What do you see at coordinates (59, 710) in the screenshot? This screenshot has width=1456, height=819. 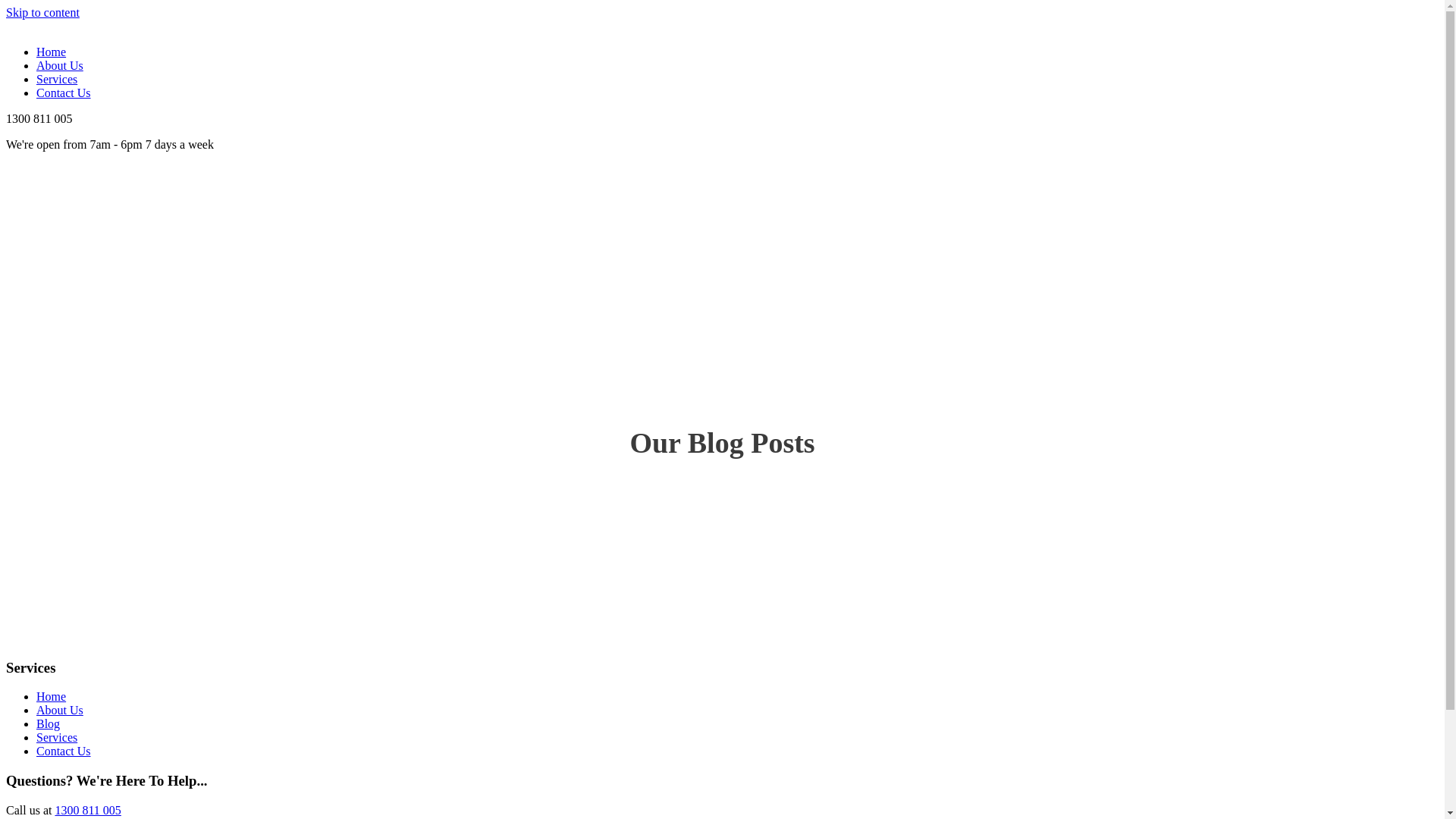 I see `'About Us'` at bounding box center [59, 710].